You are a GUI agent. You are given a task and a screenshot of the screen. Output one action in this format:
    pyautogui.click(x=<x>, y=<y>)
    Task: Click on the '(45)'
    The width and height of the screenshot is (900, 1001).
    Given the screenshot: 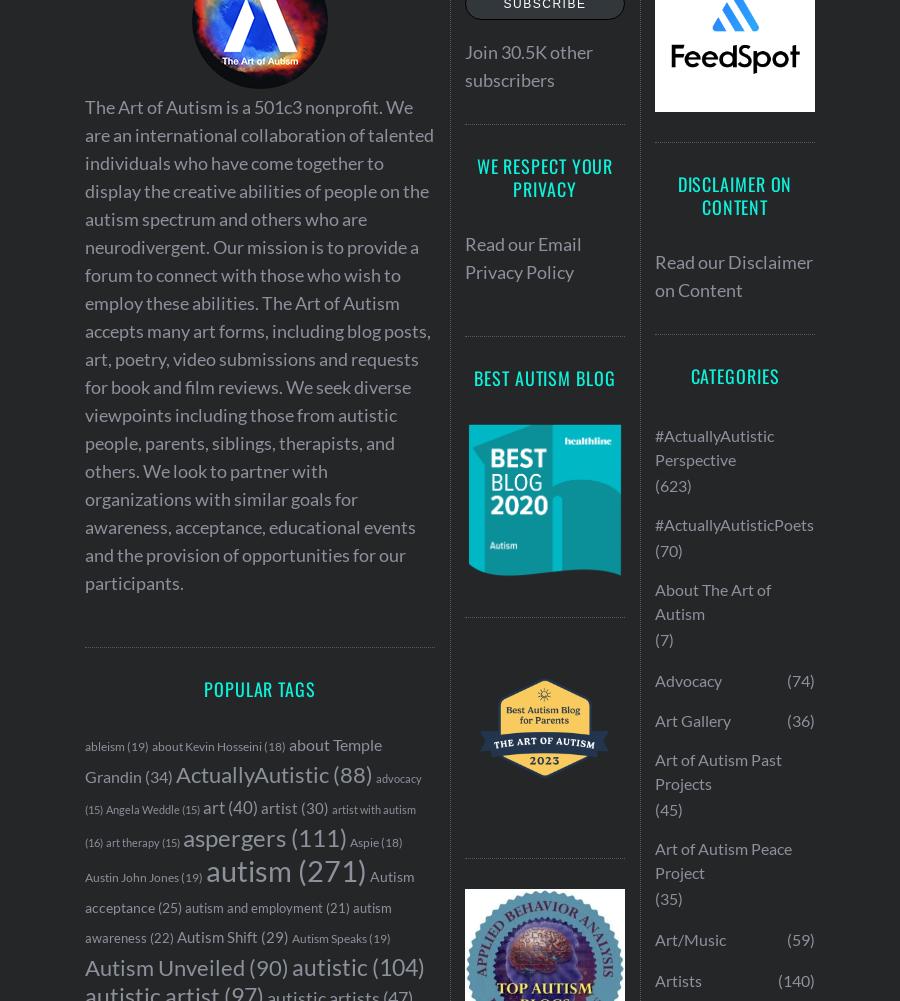 What is the action you would take?
    pyautogui.click(x=668, y=808)
    